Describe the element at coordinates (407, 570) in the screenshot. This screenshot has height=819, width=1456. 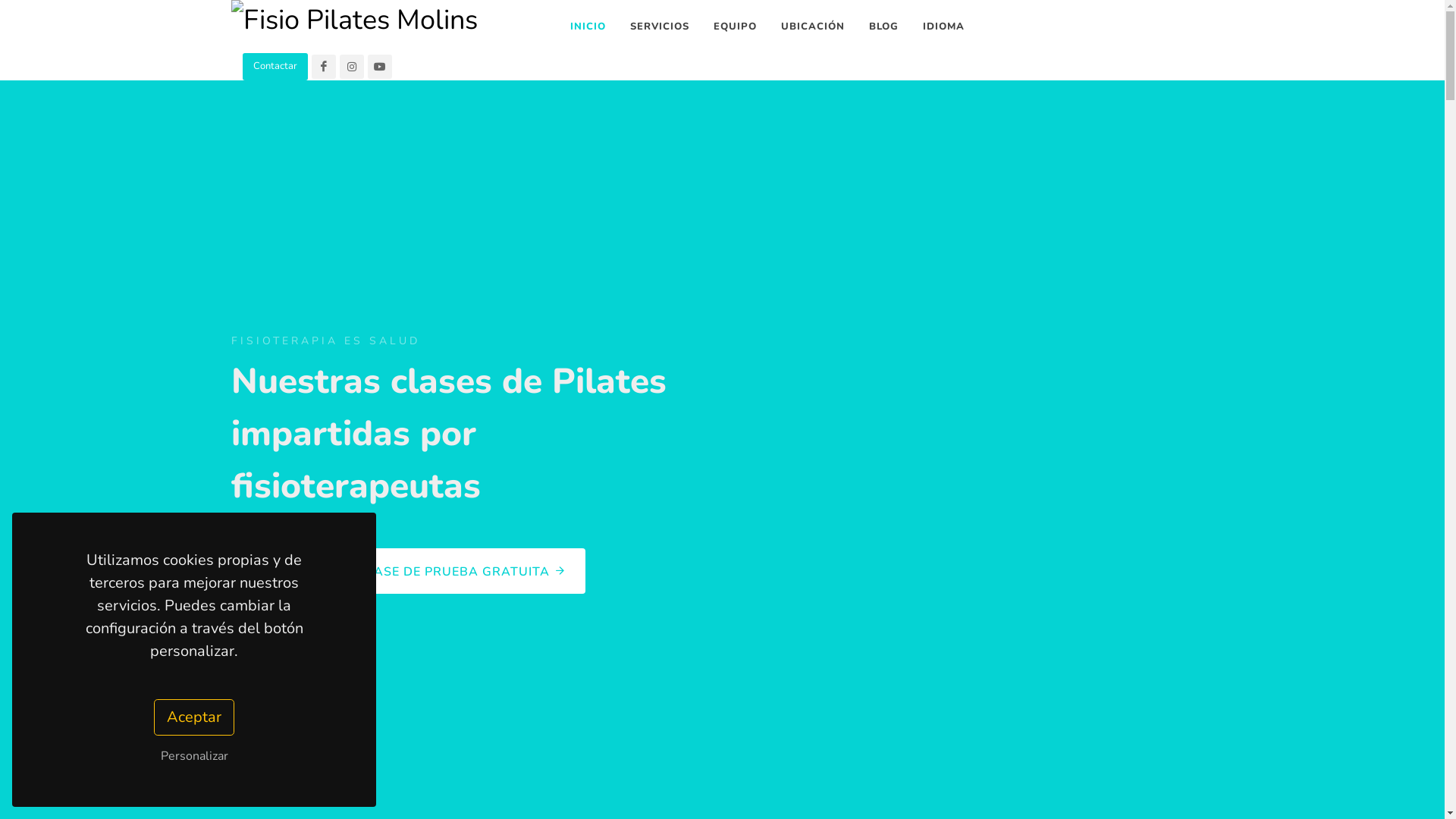
I see `'RESERVA YA TU CLASE DE PRUEBA GRATUITA'` at that location.